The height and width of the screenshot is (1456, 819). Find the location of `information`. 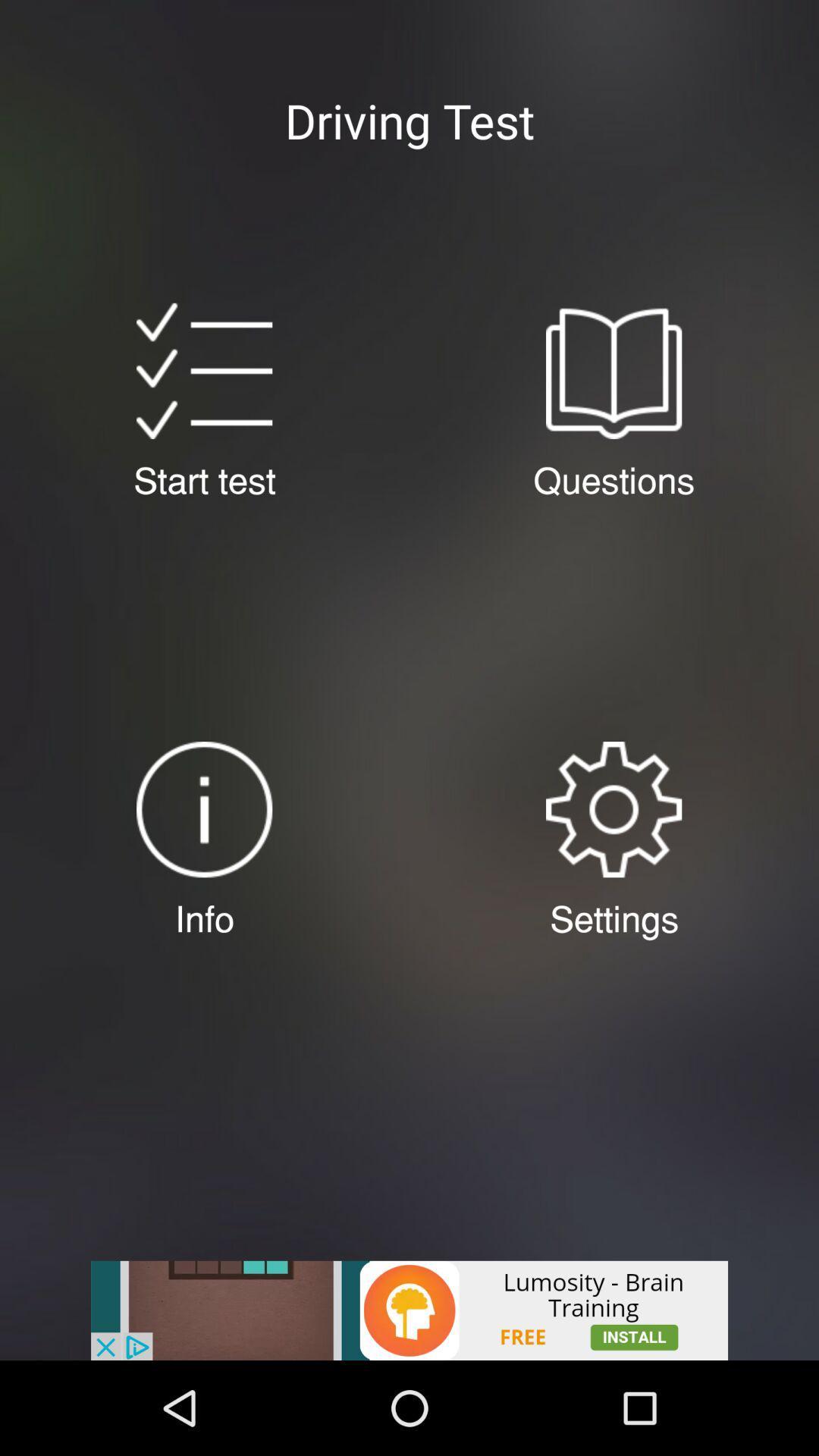

information is located at coordinates (203, 808).